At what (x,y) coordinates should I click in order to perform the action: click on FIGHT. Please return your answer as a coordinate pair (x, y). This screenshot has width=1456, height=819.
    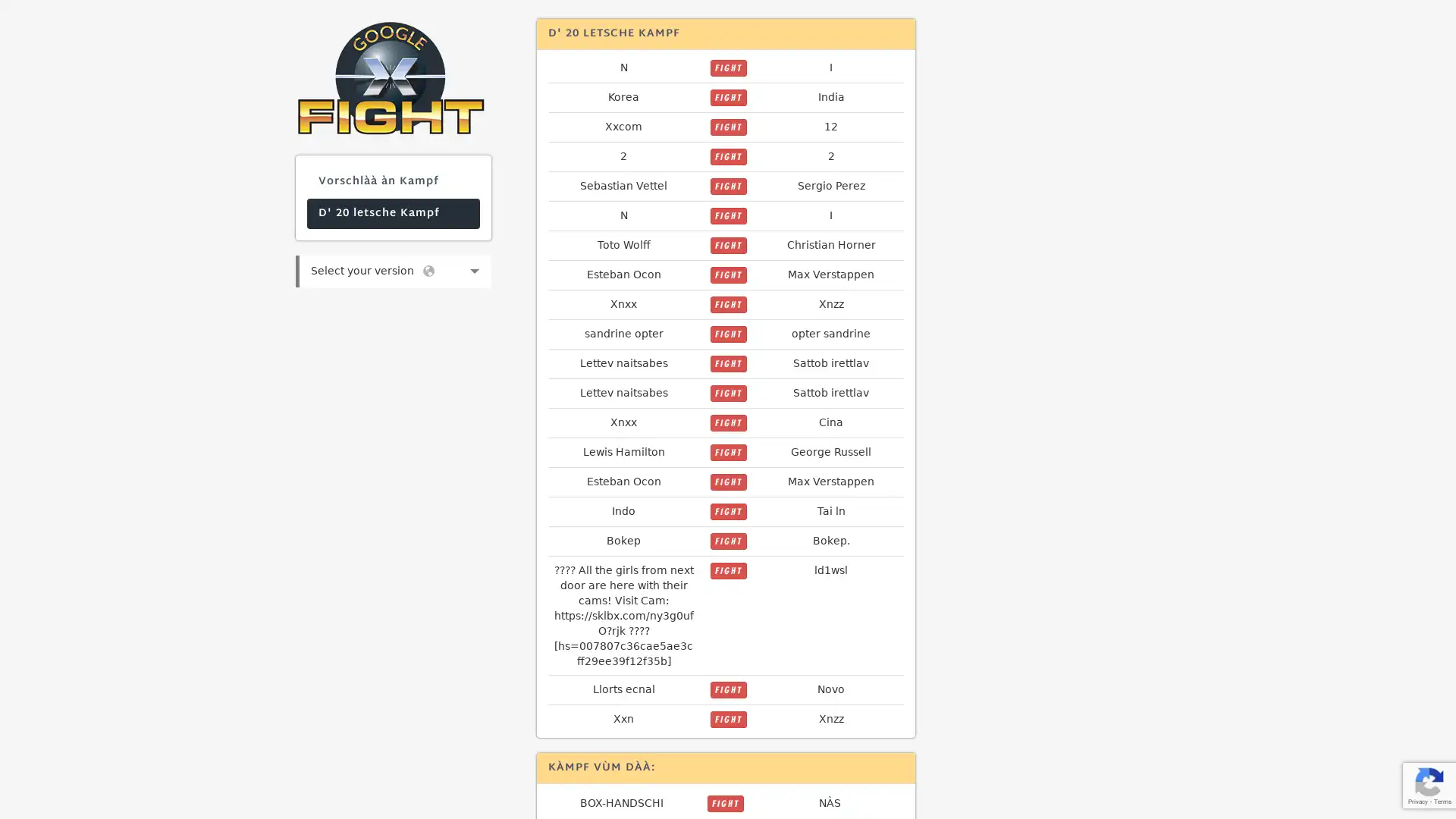
    Looking at the image, I should click on (728, 363).